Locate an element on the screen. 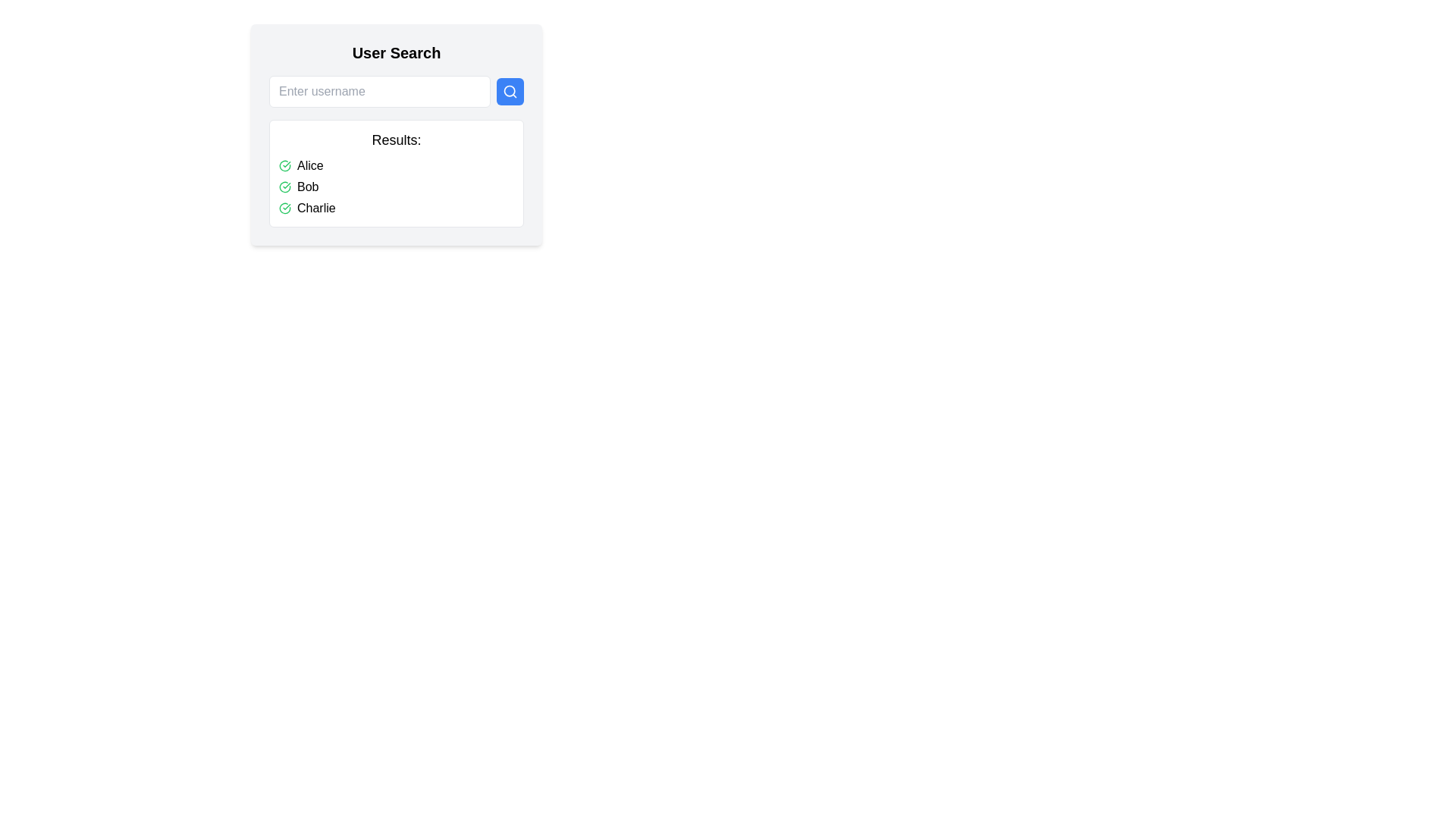 This screenshot has width=1456, height=819. the blue magnifying glass icon located within a circular border to the right of the 'Enter username' input box to initiate a search is located at coordinates (510, 91).